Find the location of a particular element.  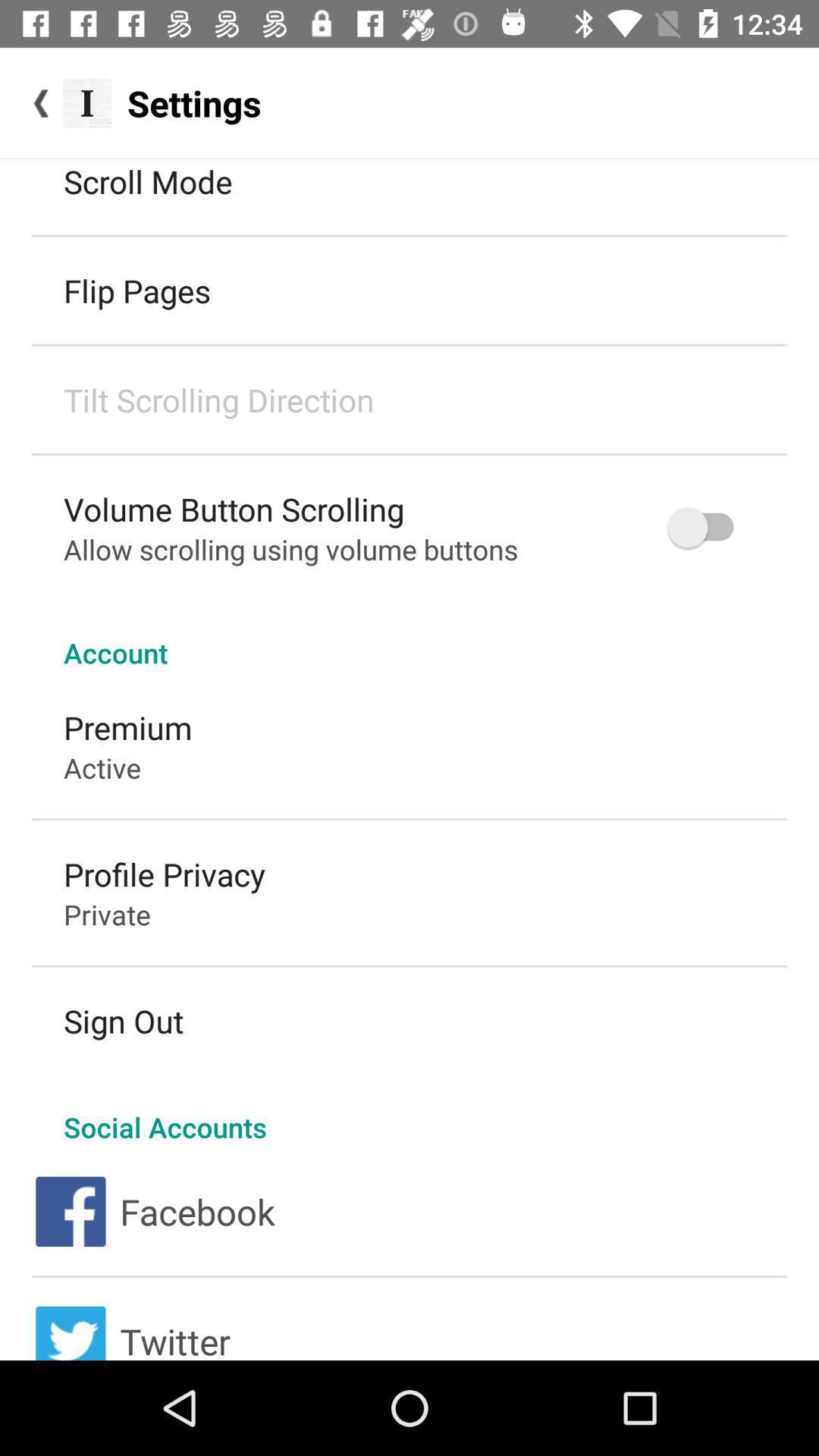

the allow scrolling using is located at coordinates (290, 548).